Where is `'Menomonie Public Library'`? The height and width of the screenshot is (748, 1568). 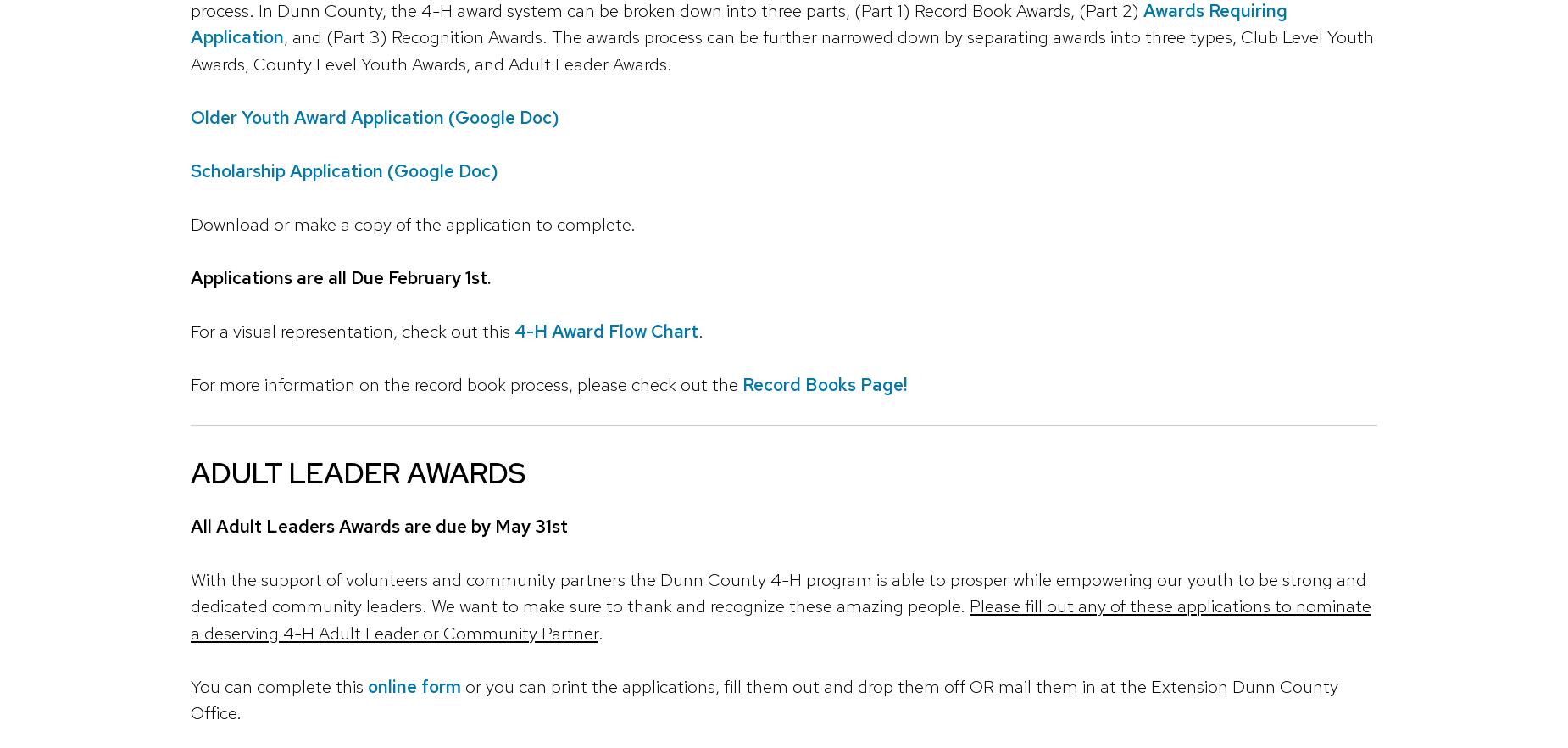 'Menomonie Public Library' is located at coordinates (568, 354).